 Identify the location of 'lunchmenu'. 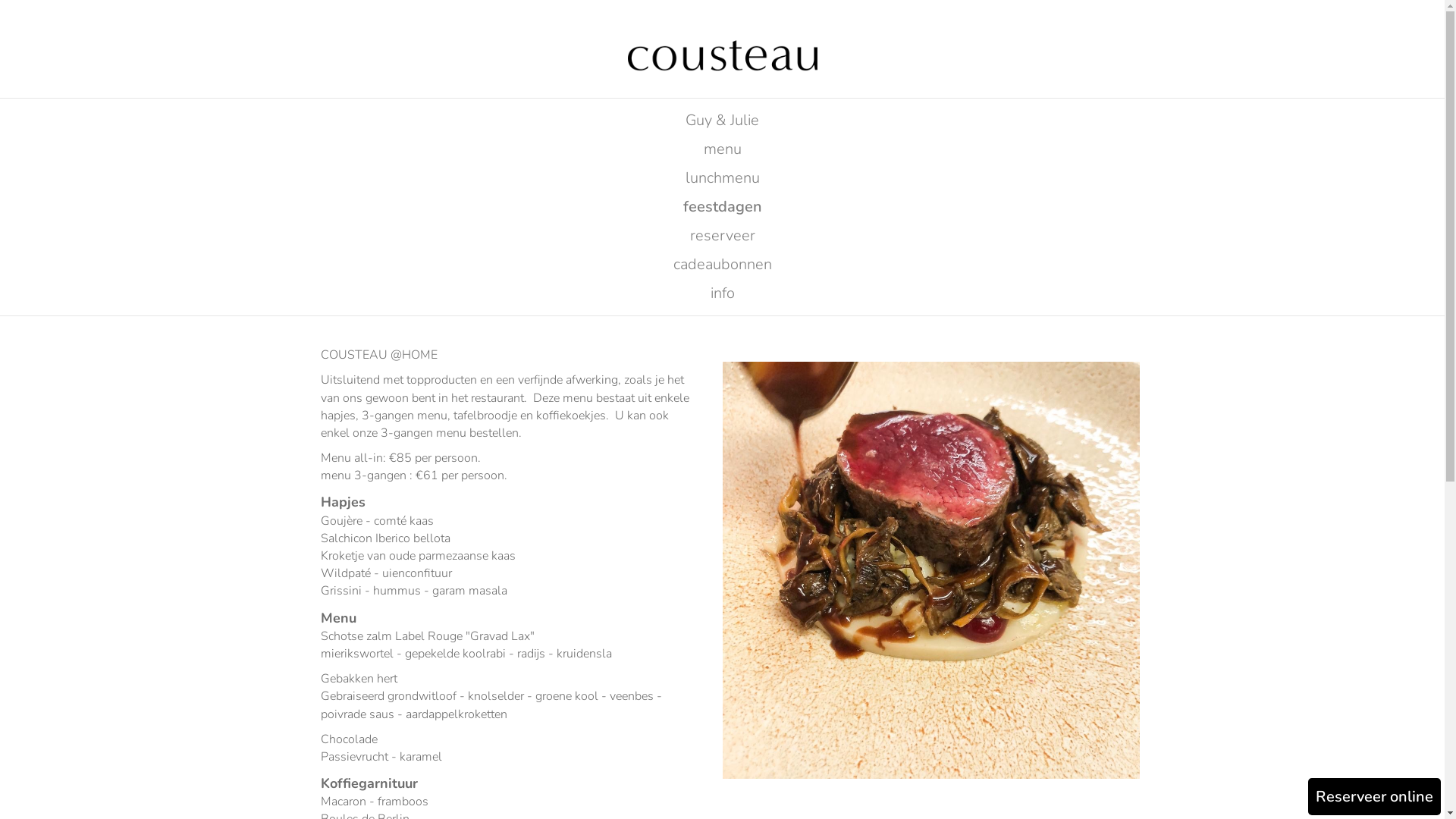
(720, 177).